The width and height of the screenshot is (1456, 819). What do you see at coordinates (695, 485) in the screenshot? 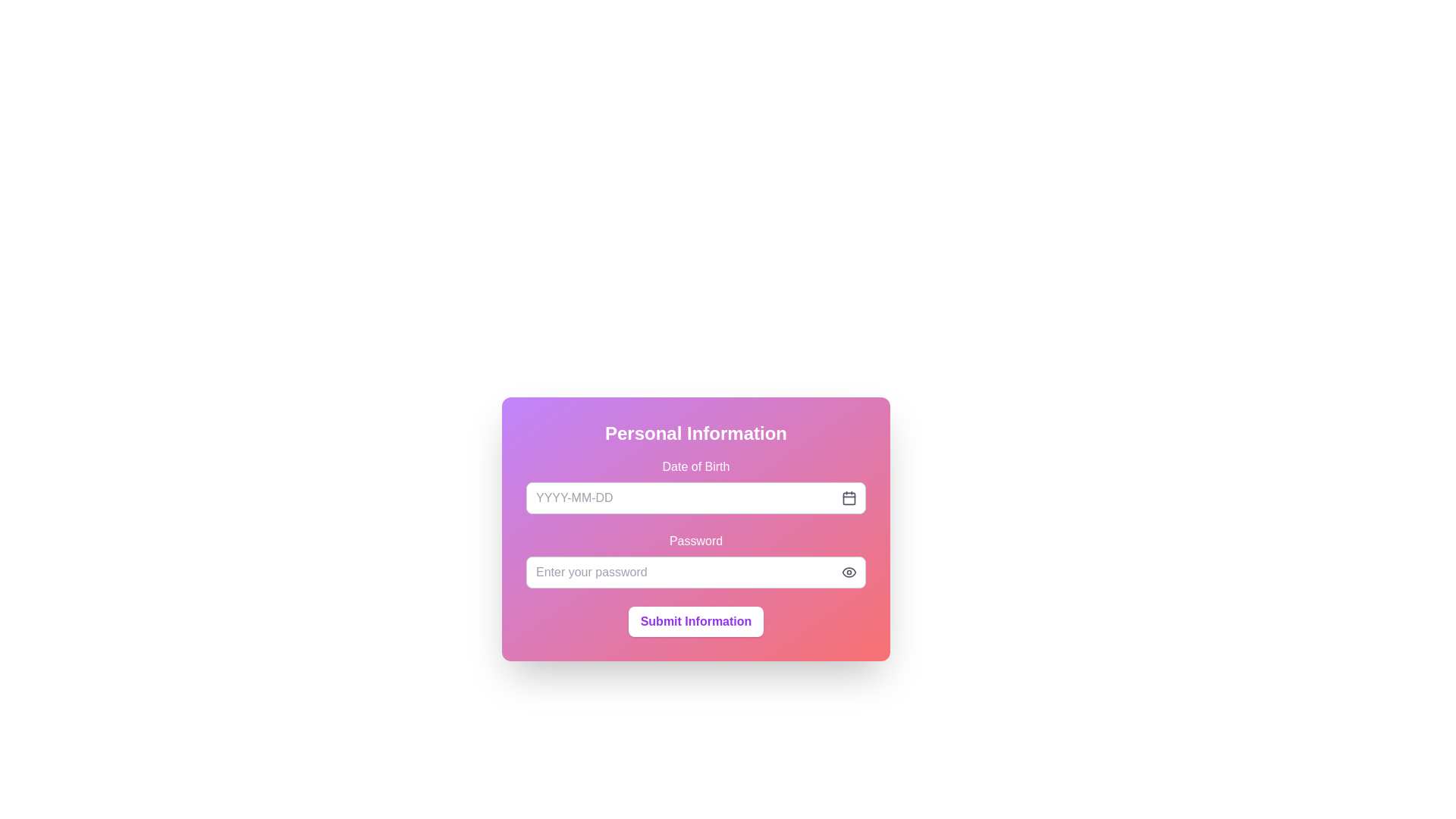
I see `the 'Date of Birth' input field to focus for typing` at bounding box center [695, 485].